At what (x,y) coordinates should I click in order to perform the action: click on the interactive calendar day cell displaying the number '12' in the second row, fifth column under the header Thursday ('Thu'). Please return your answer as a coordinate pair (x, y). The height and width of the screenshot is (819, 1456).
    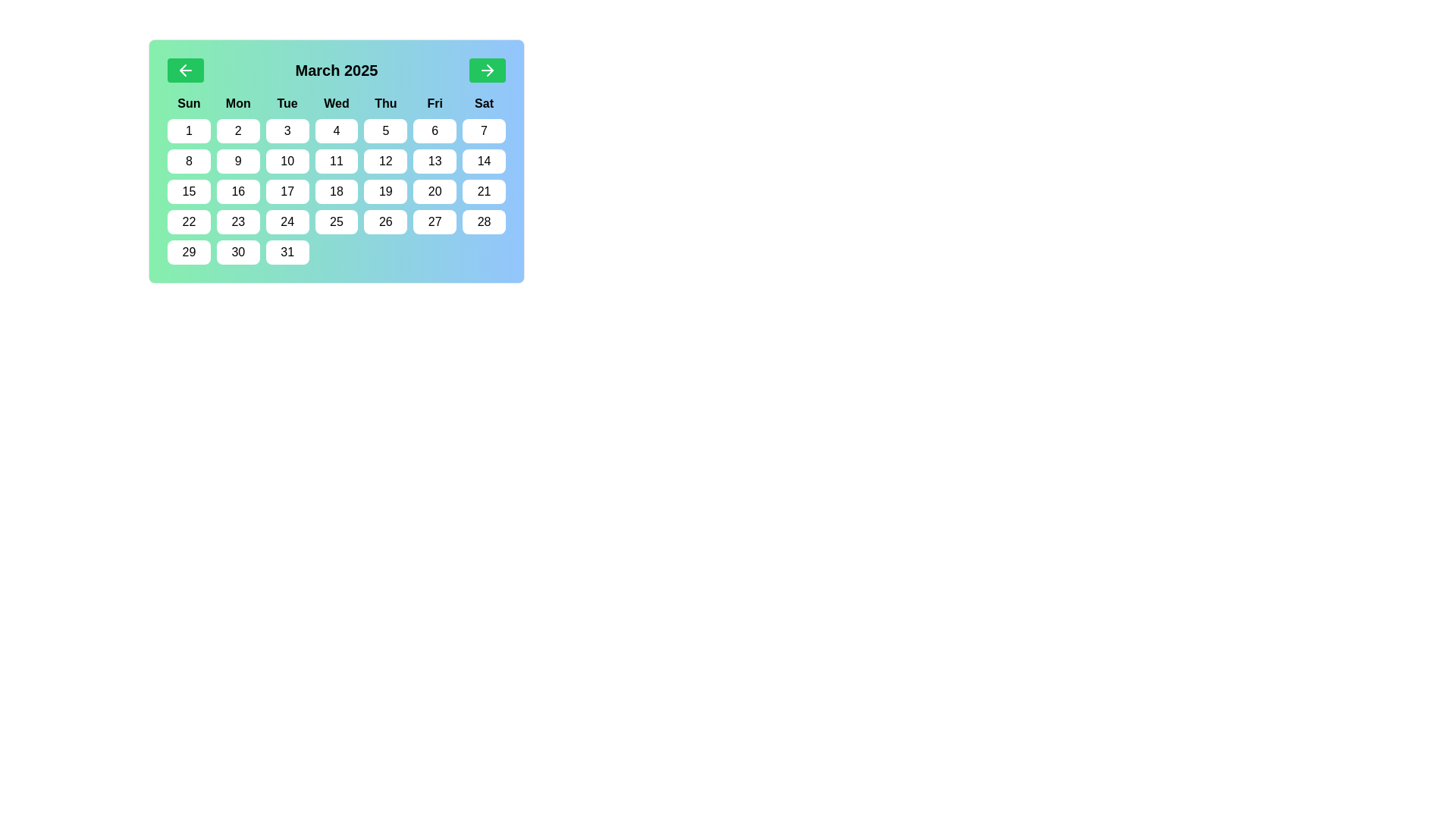
    Looking at the image, I should click on (385, 161).